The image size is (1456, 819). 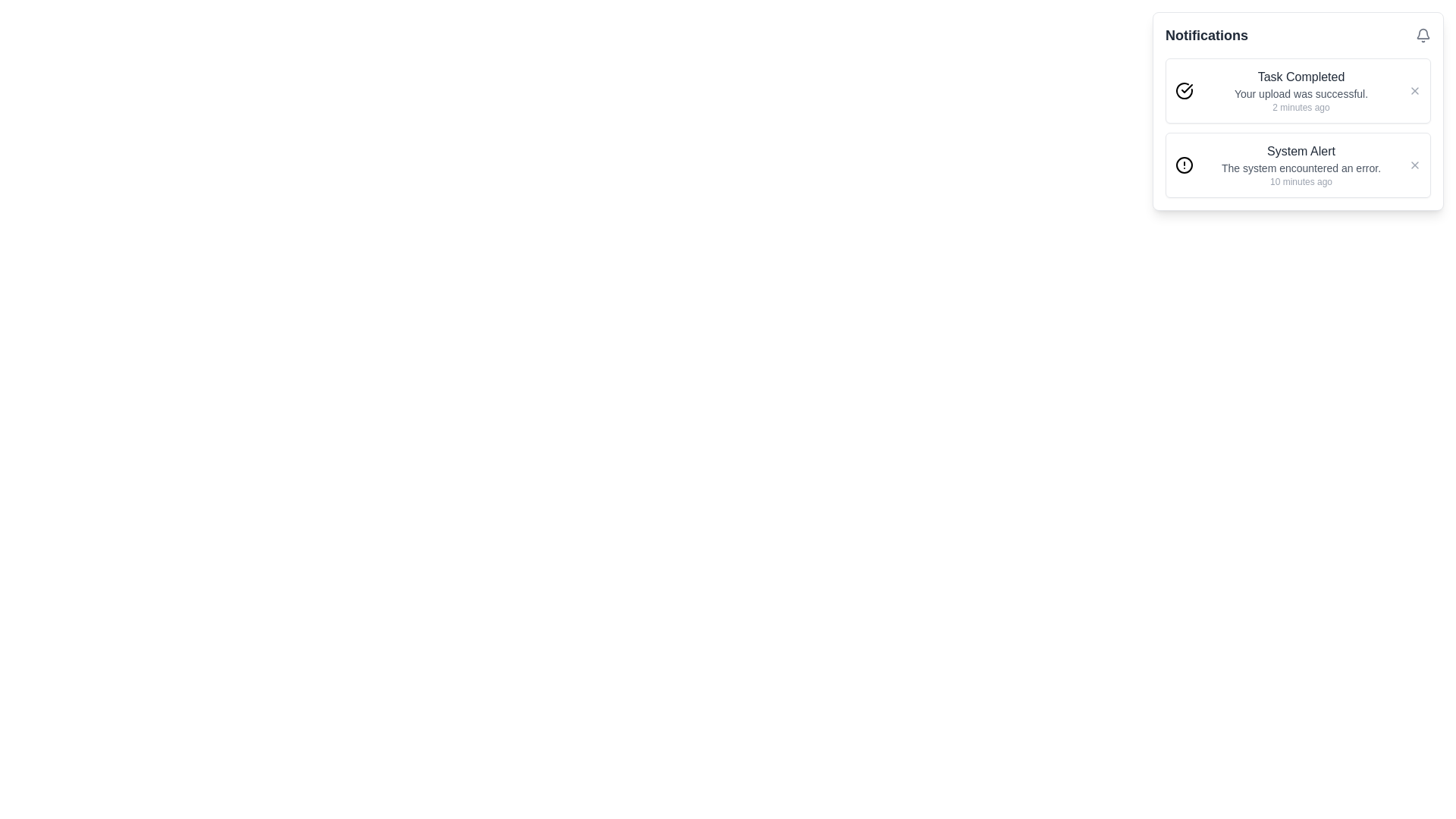 What do you see at coordinates (1301, 107) in the screenshot?
I see `the text label indicating 'Your upload was successful.' located beneath the corresponding notification in the panel` at bounding box center [1301, 107].